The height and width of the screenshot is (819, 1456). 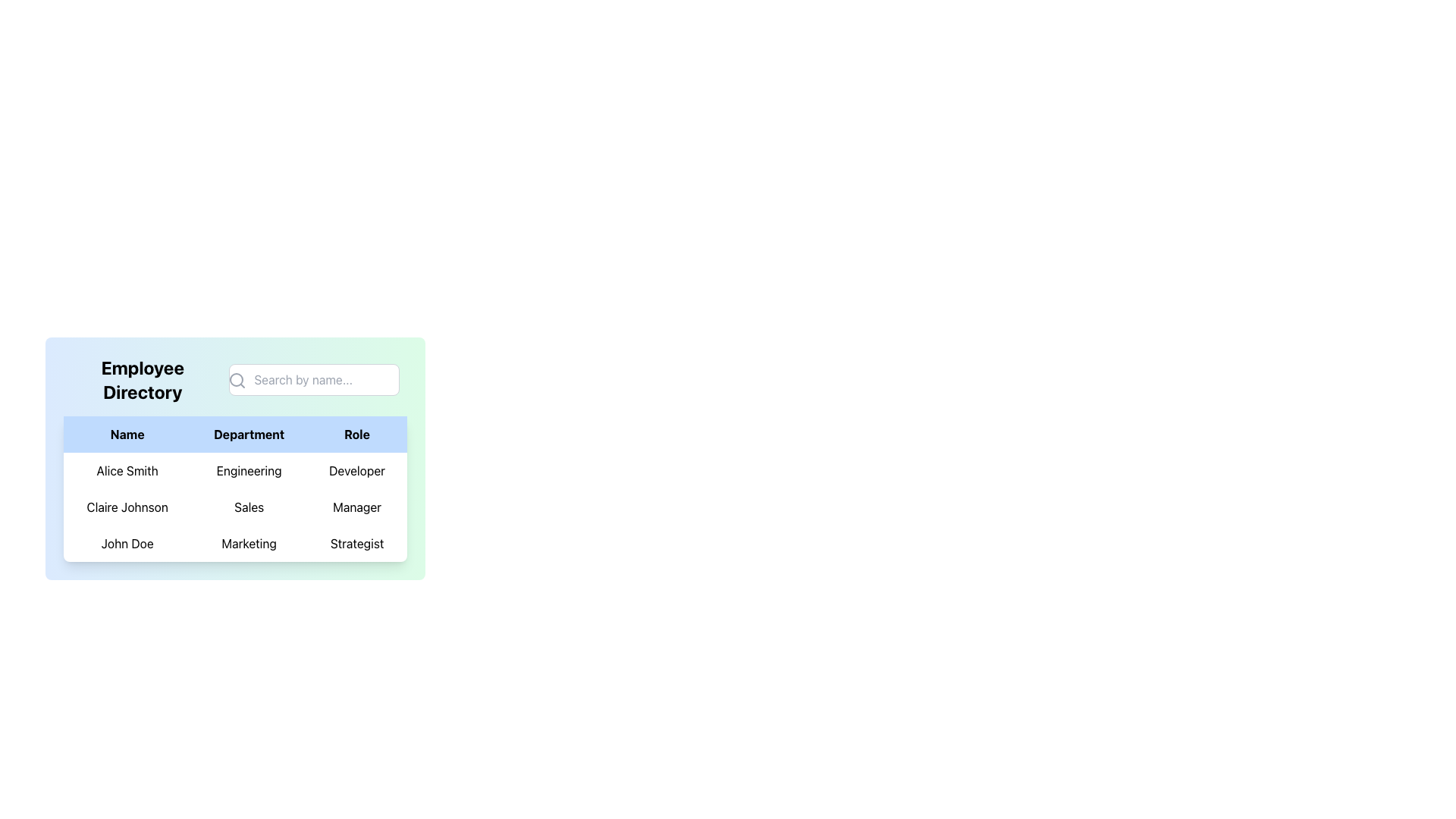 What do you see at coordinates (234, 488) in the screenshot?
I see `the specific row item for details or interaction in the employee directory interface, such as 'Alice Smith'` at bounding box center [234, 488].